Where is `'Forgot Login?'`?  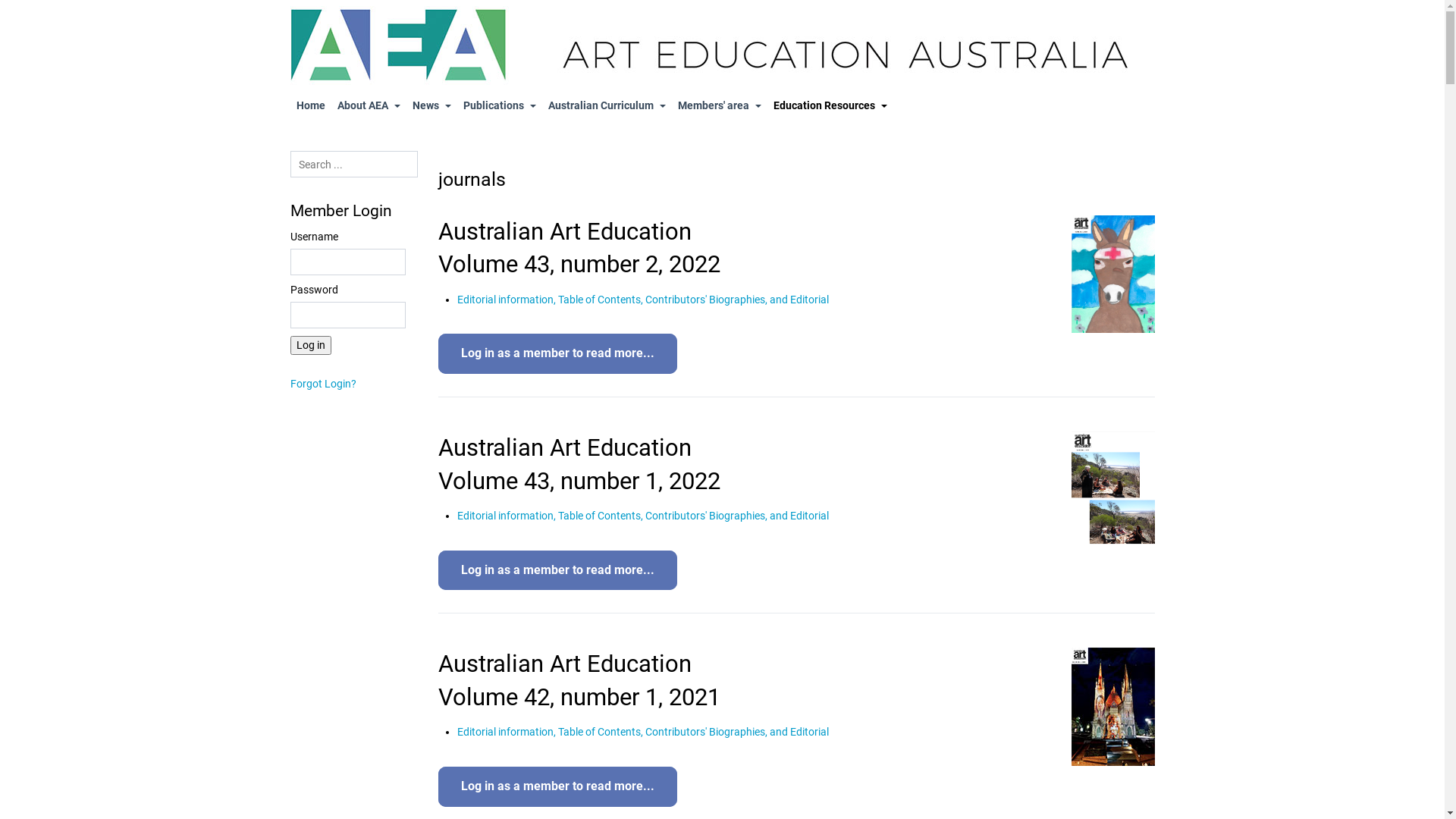
'Forgot Login?' is located at coordinates (290, 382).